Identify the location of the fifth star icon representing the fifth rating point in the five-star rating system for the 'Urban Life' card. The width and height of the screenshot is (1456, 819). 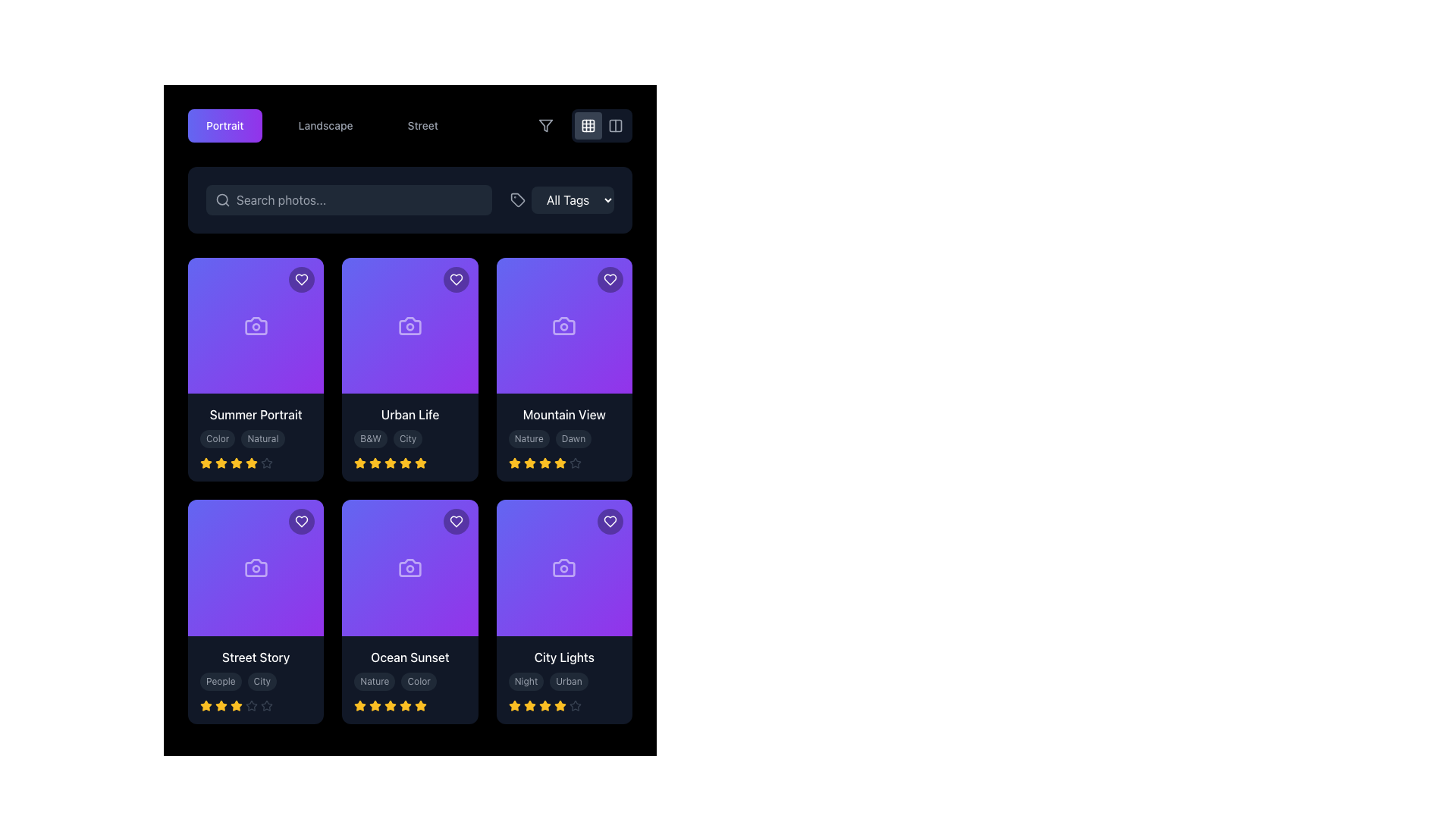
(406, 463).